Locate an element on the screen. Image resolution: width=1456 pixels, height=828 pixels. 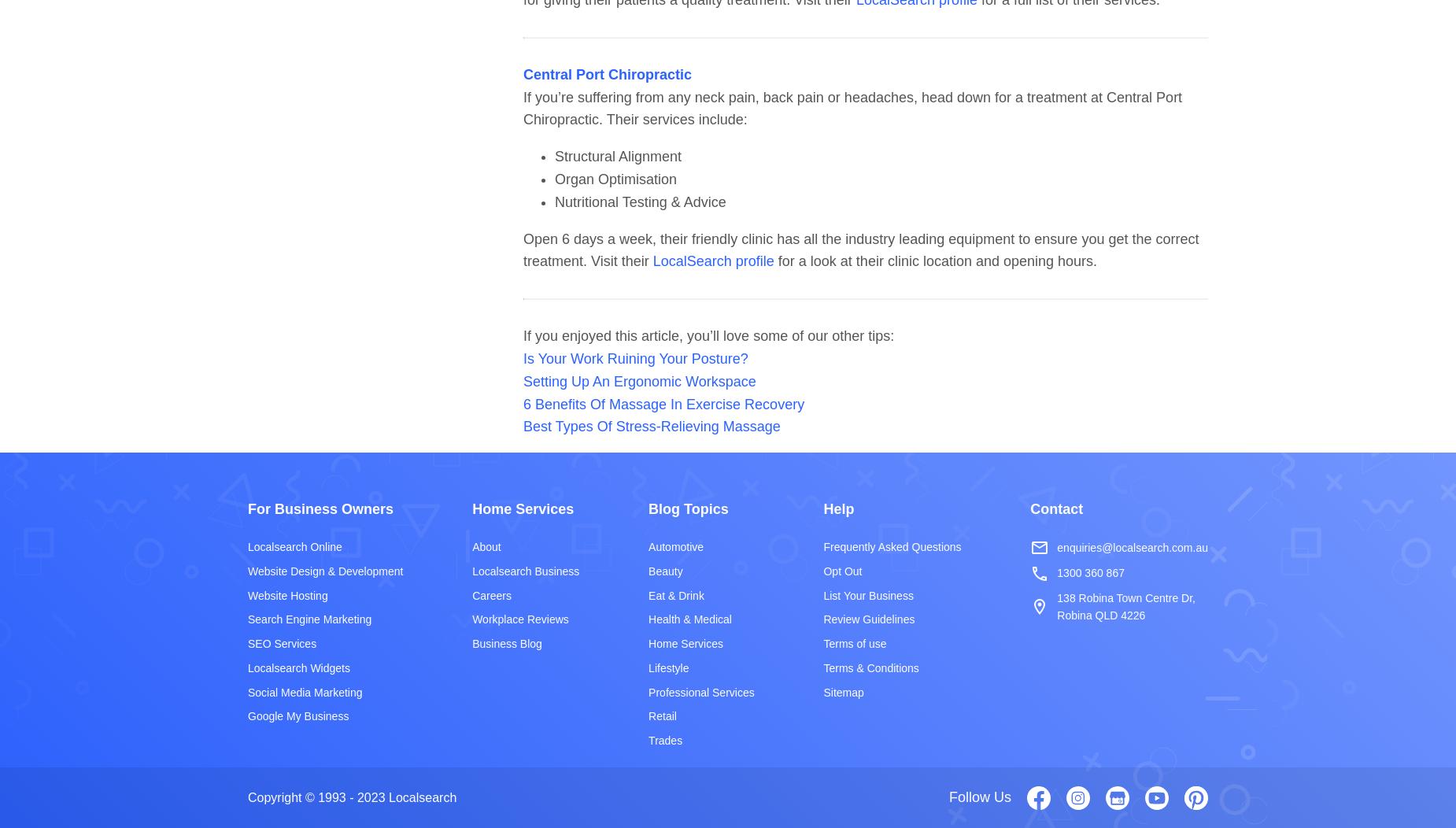
'If you’re suffering from any neck pain, back pain or headaches, head down for a treatment at Central Port Chiropractic. Their services include:' is located at coordinates (522, 107).